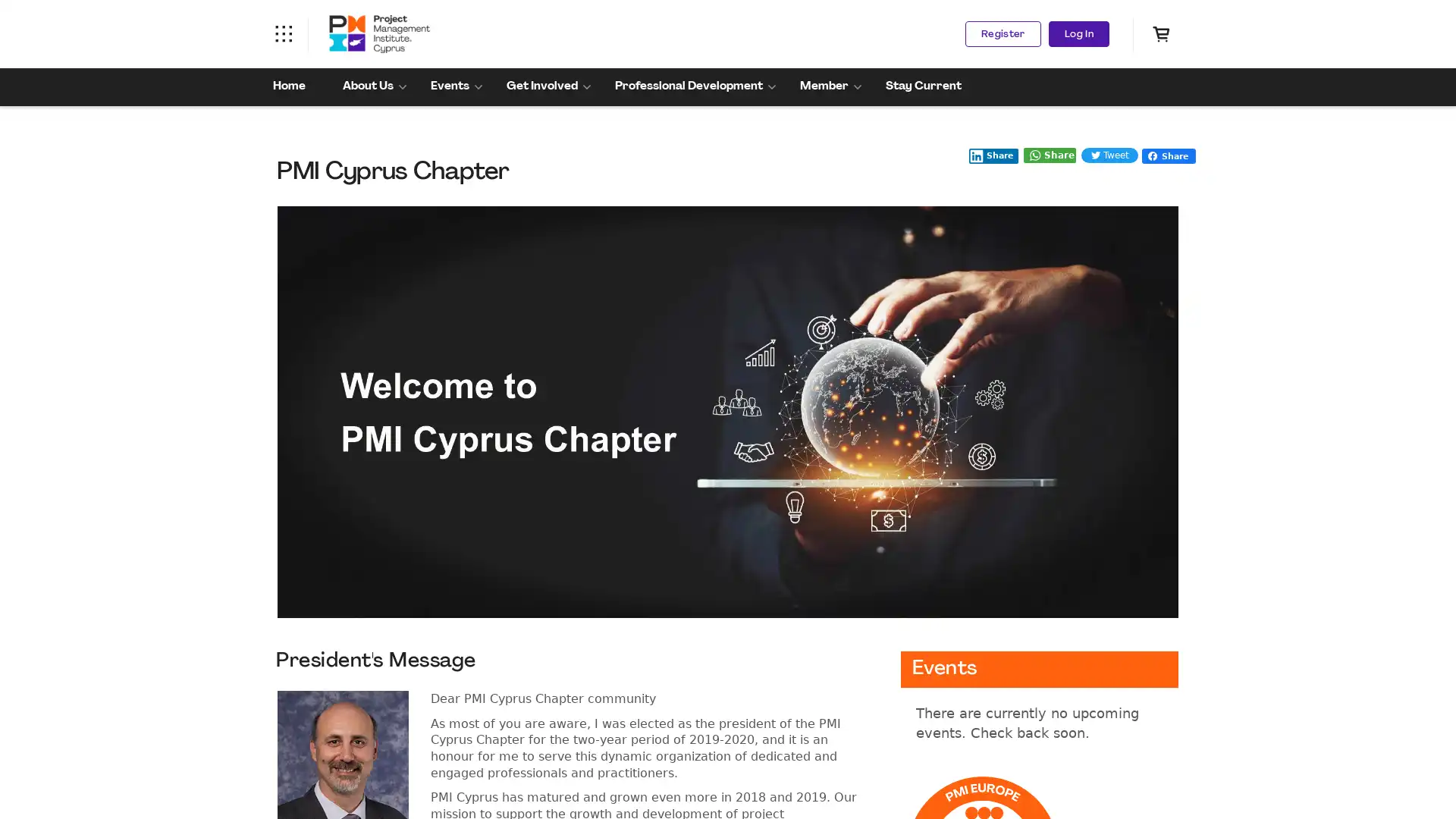 Image resolution: width=1456 pixels, height=819 pixels. I want to click on Share, so click(993, 155).